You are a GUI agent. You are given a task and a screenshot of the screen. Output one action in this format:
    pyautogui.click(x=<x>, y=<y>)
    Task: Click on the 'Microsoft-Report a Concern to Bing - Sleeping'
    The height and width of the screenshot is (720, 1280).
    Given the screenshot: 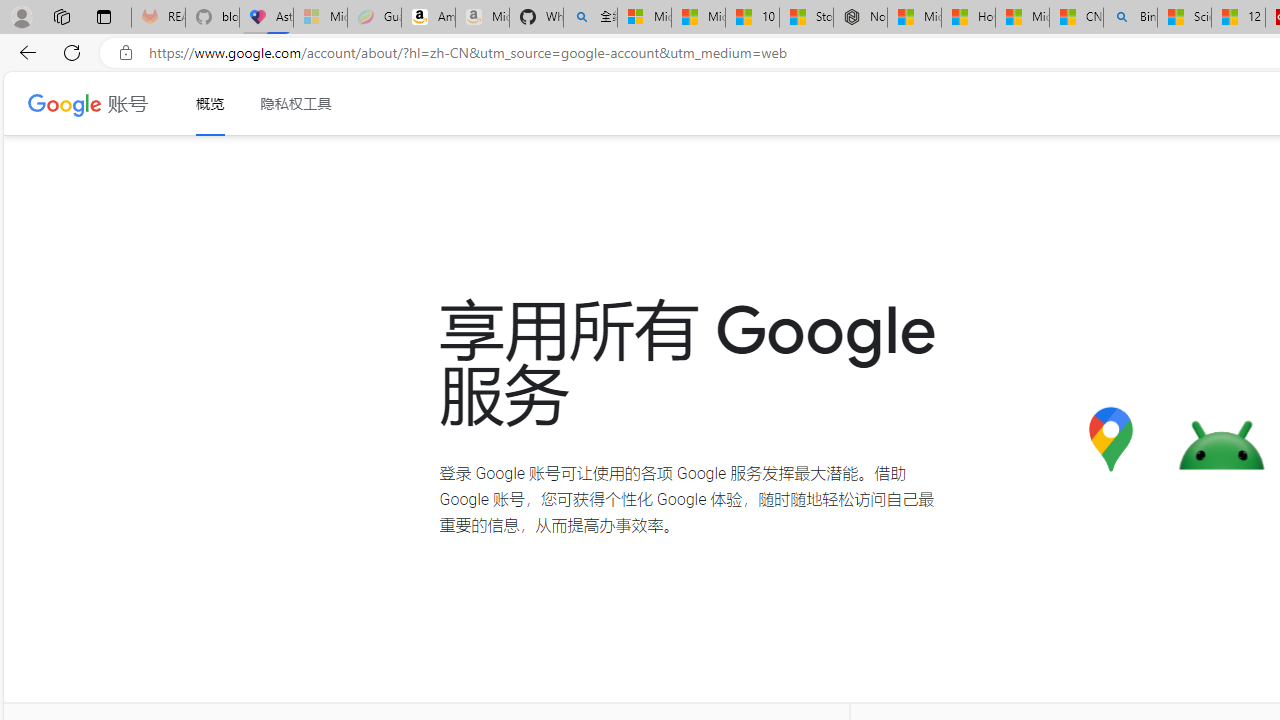 What is the action you would take?
    pyautogui.click(x=320, y=17)
    